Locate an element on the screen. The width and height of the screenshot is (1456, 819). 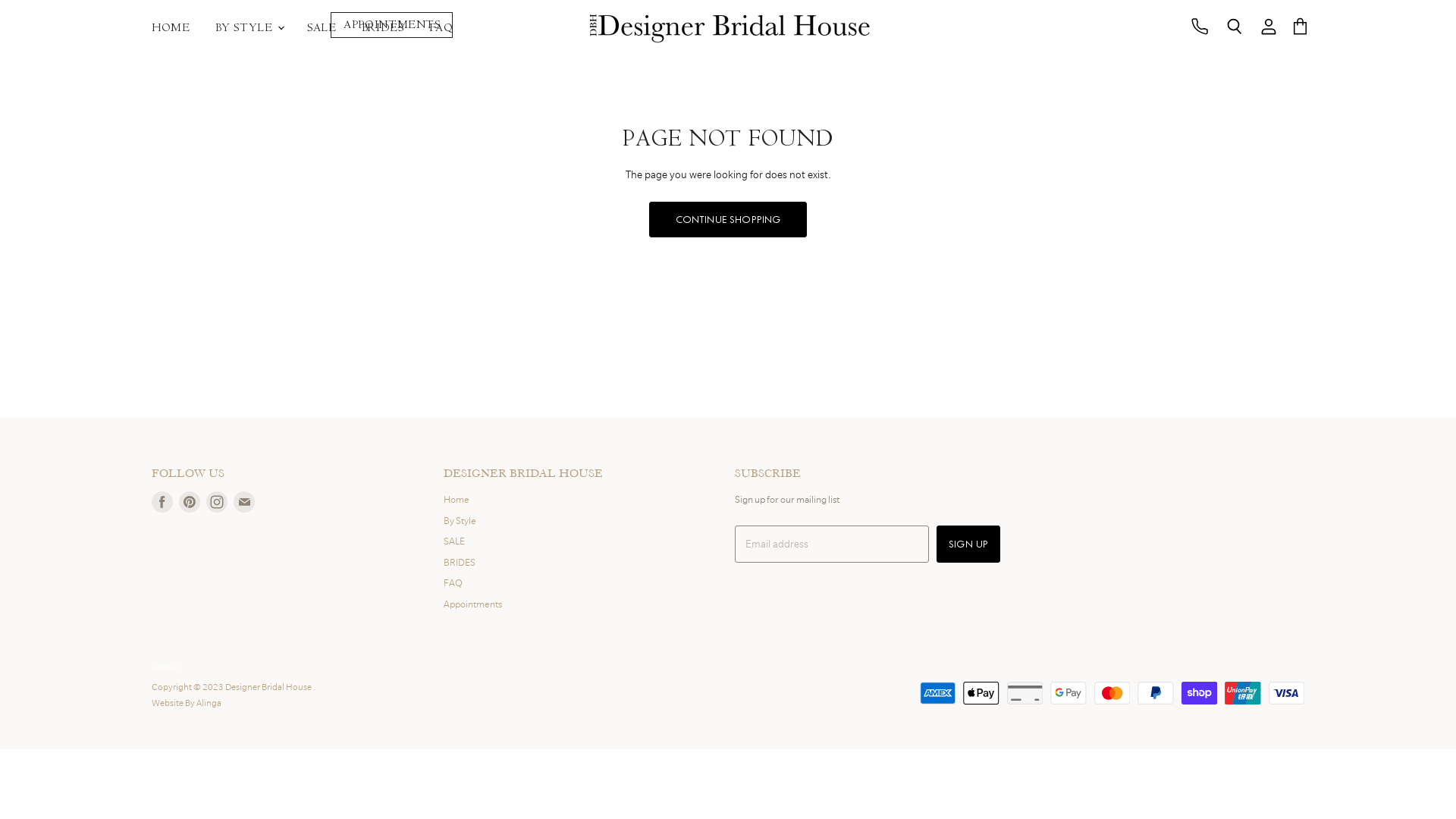
'BRIDES' is located at coordinates (349, 27).